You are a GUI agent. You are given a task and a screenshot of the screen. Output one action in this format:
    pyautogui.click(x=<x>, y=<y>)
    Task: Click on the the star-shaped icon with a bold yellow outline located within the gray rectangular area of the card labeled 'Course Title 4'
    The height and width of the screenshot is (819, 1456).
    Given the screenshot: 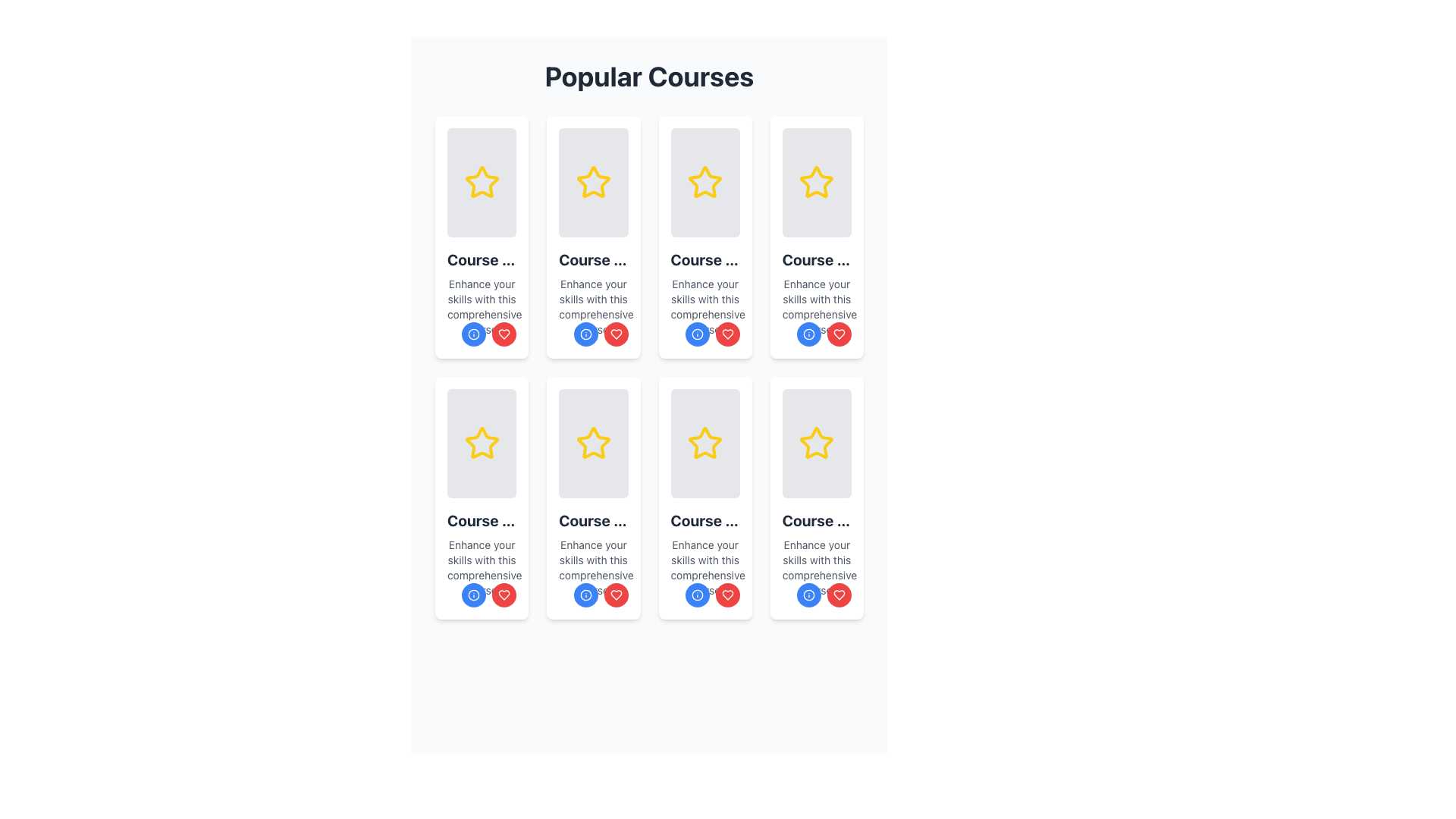 What is the action you would take?
    pyautogui.click(x=816, y=181)
    